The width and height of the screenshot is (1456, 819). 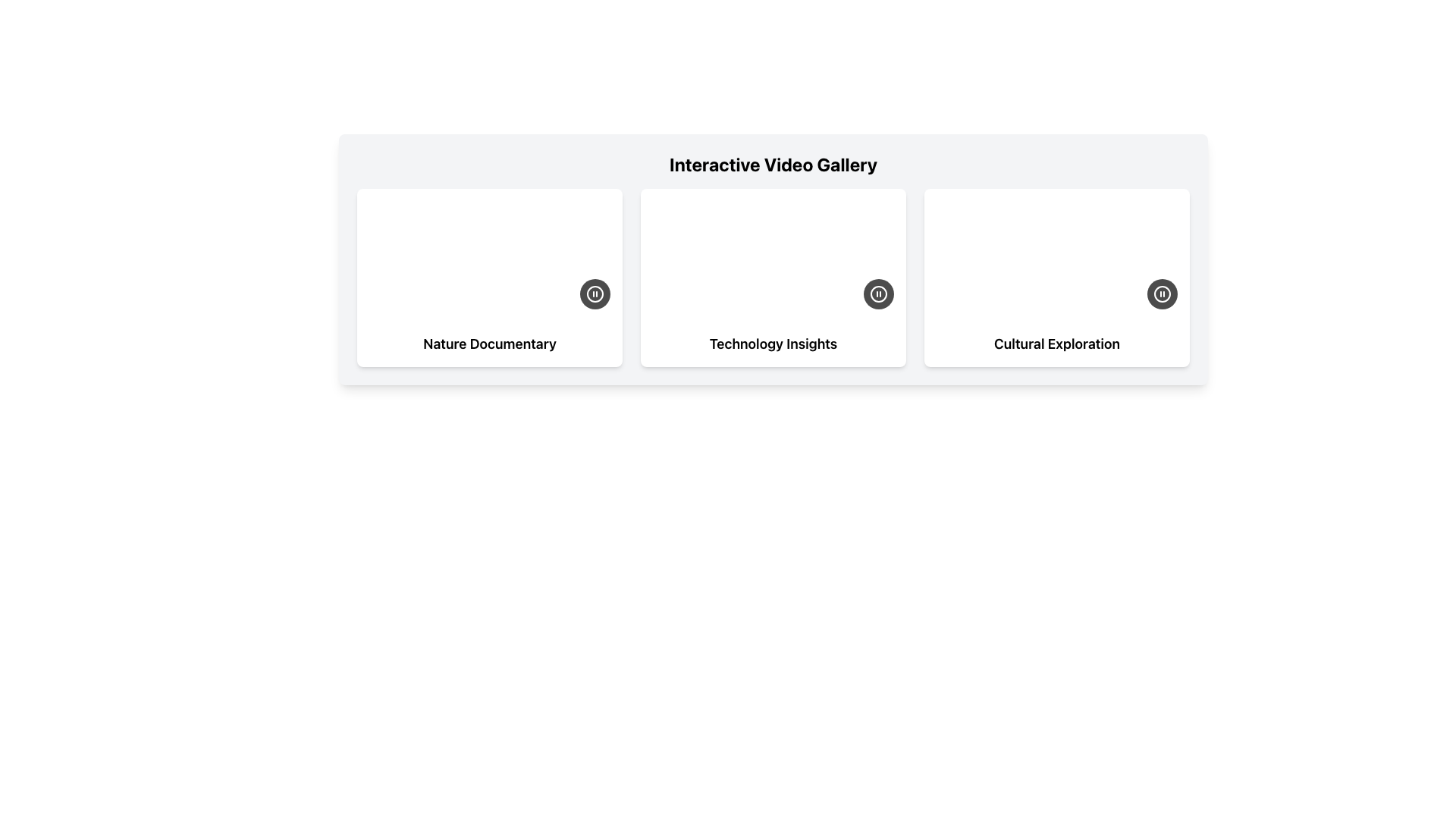 What do you see at coordinates (878, 294) in the screenshot?
I see `the pause button located in the lower-right corner of the middle card of the three-card layout` at bounding box center [878, 294].